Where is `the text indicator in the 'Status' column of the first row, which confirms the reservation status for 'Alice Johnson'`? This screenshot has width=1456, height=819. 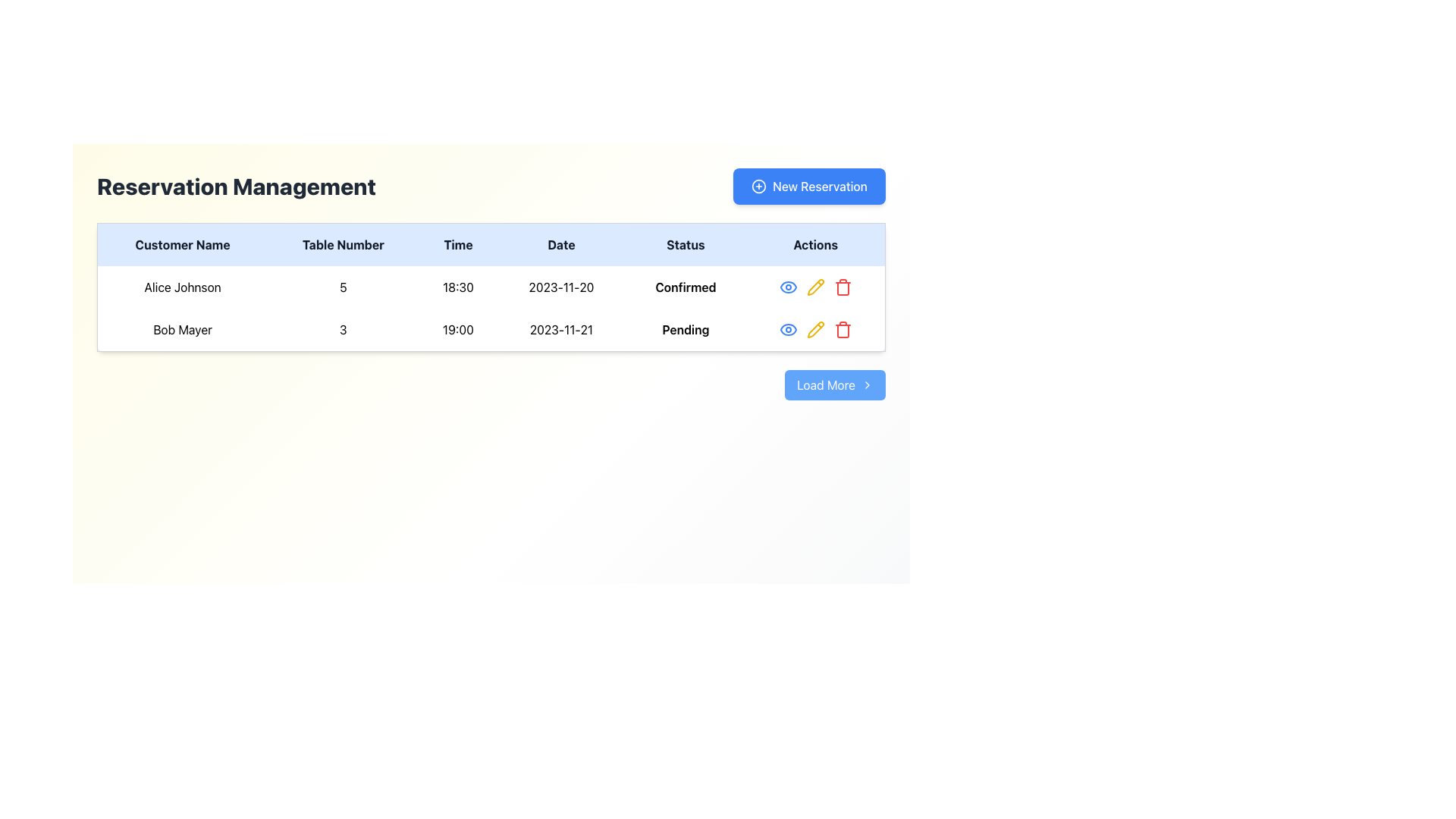
the text indicator in the 'Status' column of the first row, which confirms the reservation status for 'Alice Johnson' is located at coordinates (685, 287).